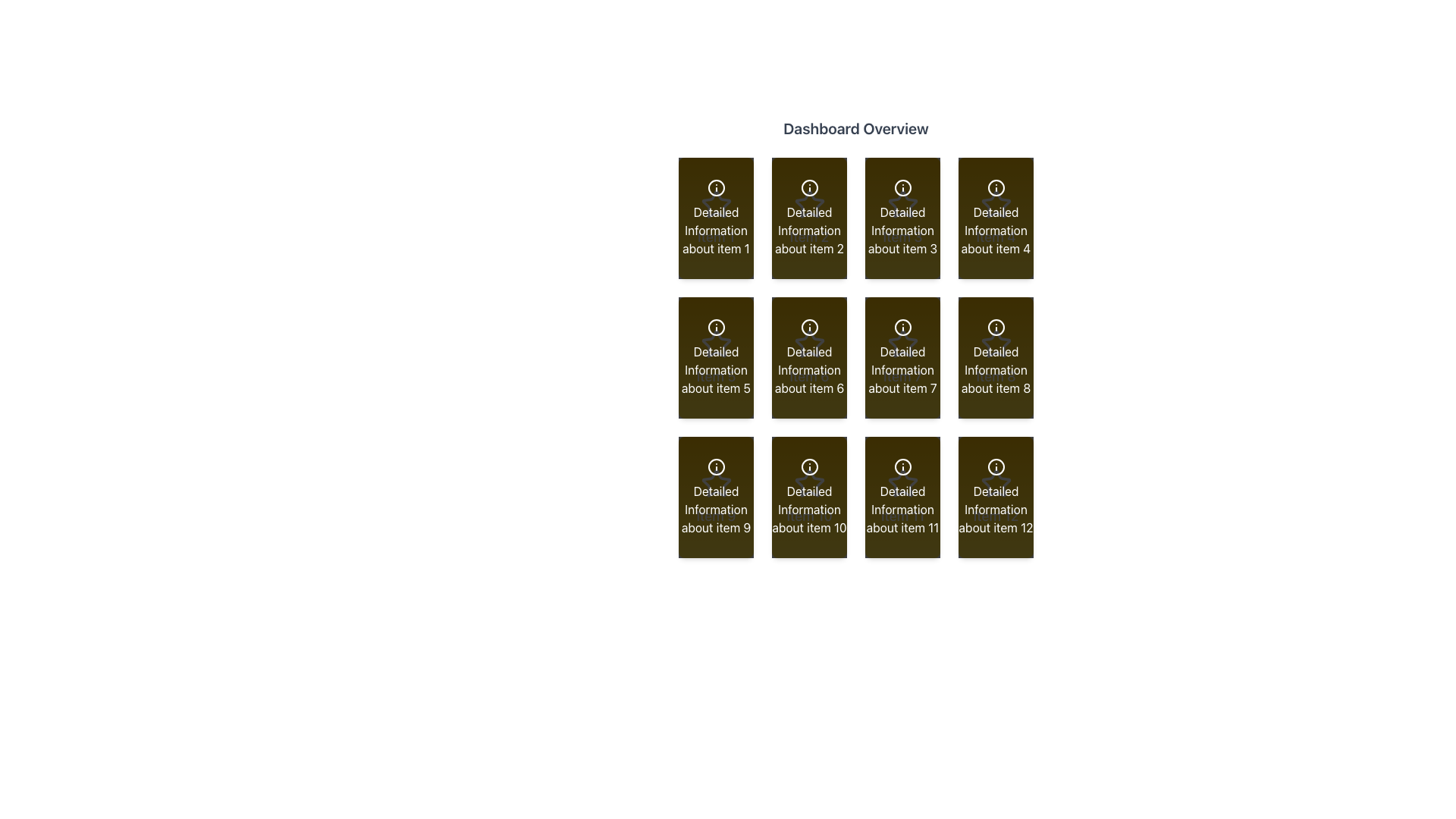  What do you see at coordinates (808, 231) in the screenshot?
I see `the text block displaying detailed information about 'item 2' located in the first row, second column of the grid layout` at bounding box center [808, 231].